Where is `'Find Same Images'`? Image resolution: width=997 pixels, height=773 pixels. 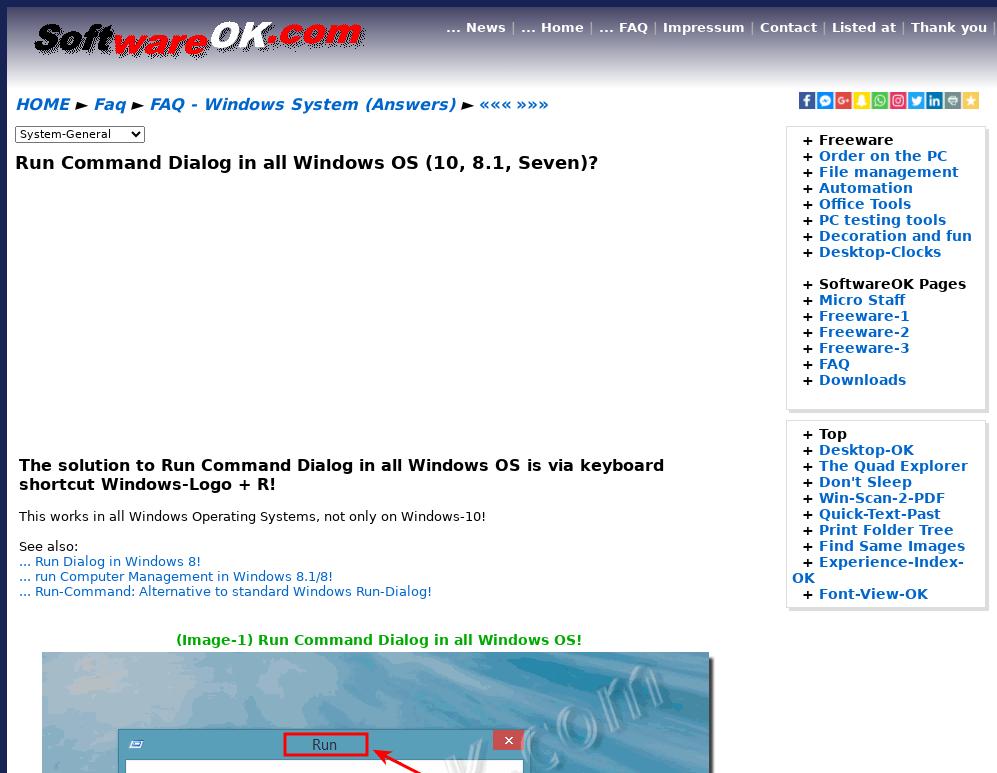 'Find Same Images' is located at coordinates (819, 543).